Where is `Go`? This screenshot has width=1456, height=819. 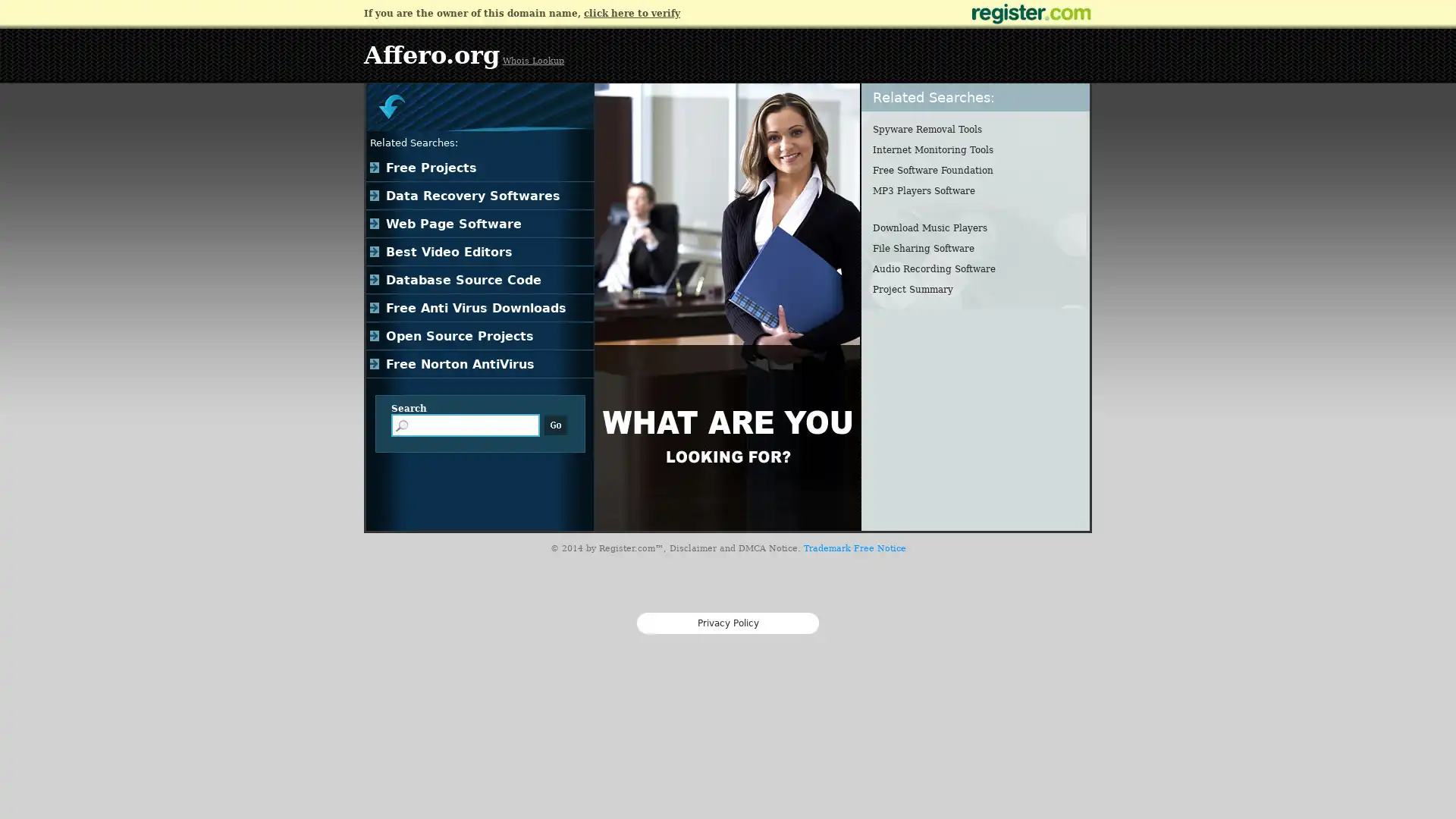 Go is located at coordinates (555, 425).